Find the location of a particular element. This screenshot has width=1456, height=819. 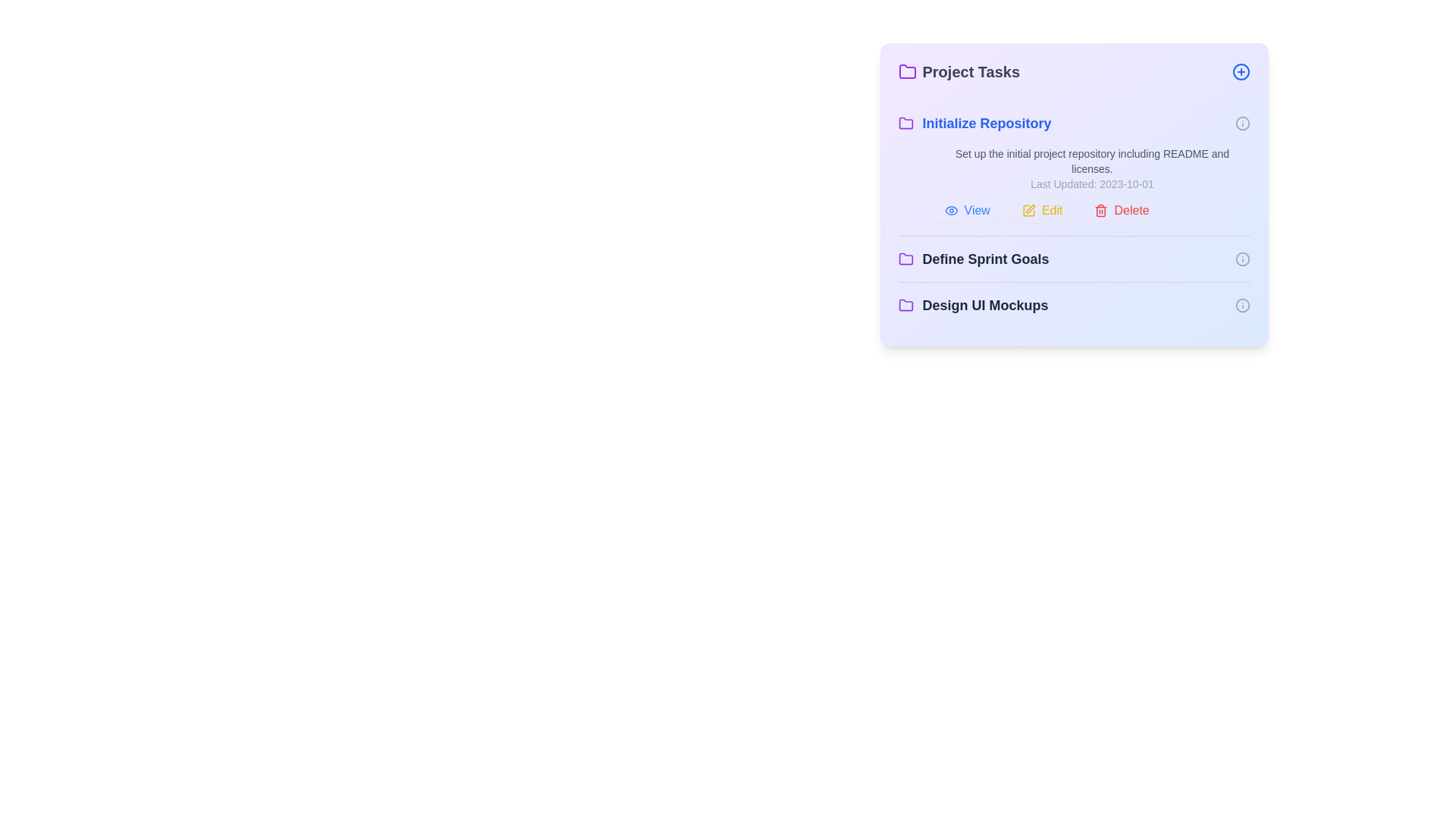

the static text label that indicates the last modification date for the associated task, positioned beneath the task description and above the action buttons is located at coordinates (1092, 184).